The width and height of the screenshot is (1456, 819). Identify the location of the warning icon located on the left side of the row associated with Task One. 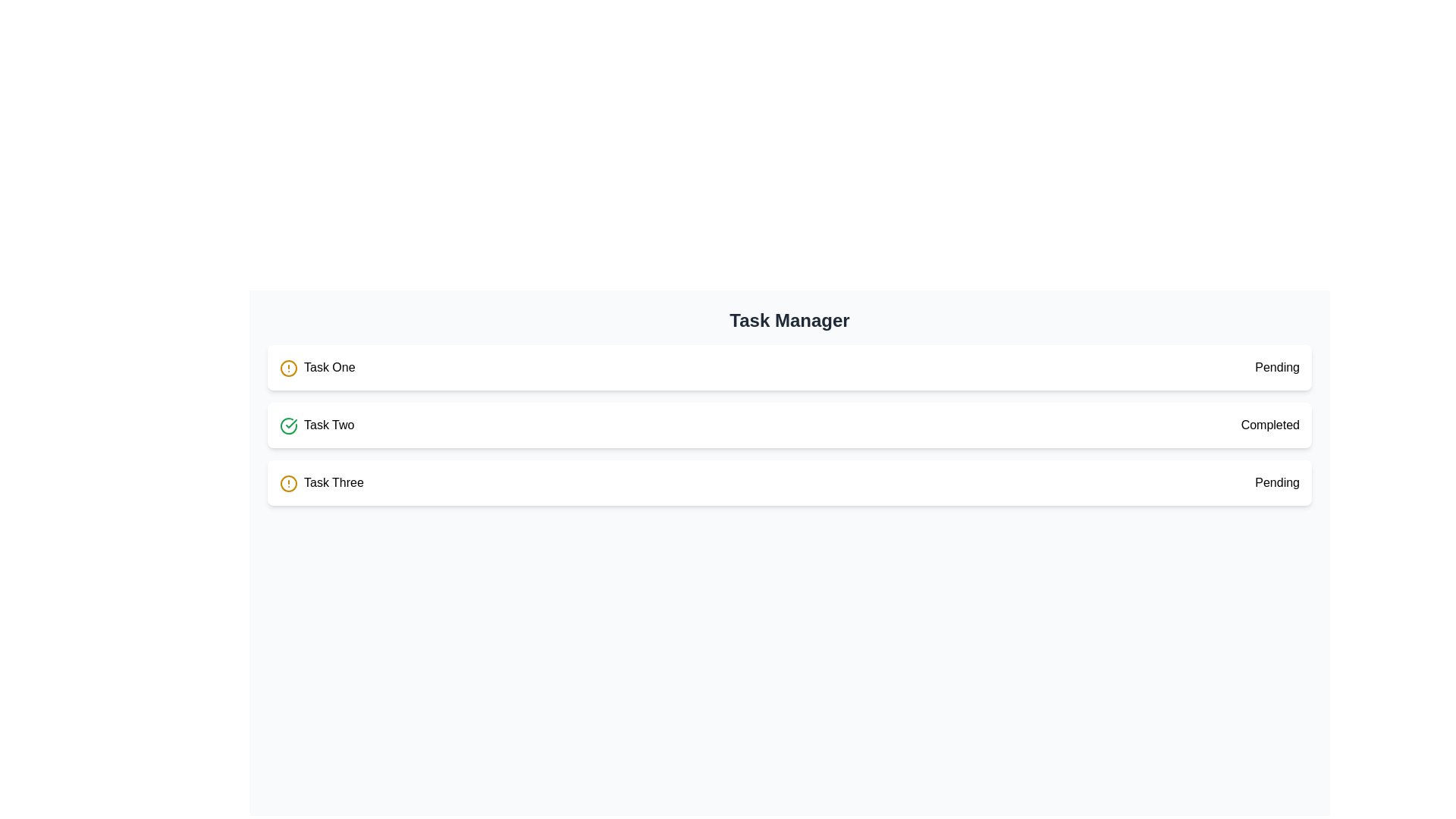
(288, 368).